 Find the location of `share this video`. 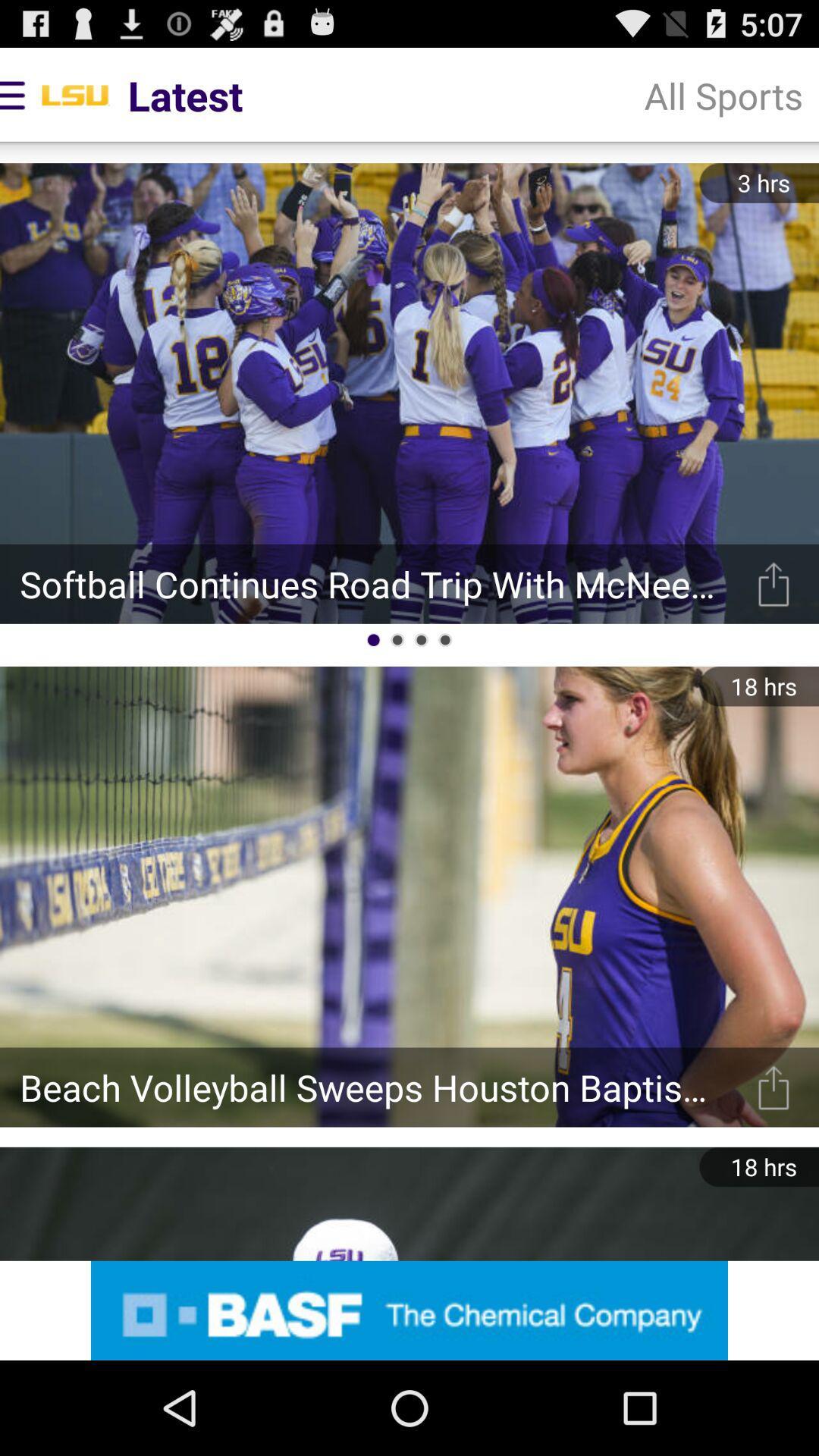

share this video is located at coordinates (773, 1087).